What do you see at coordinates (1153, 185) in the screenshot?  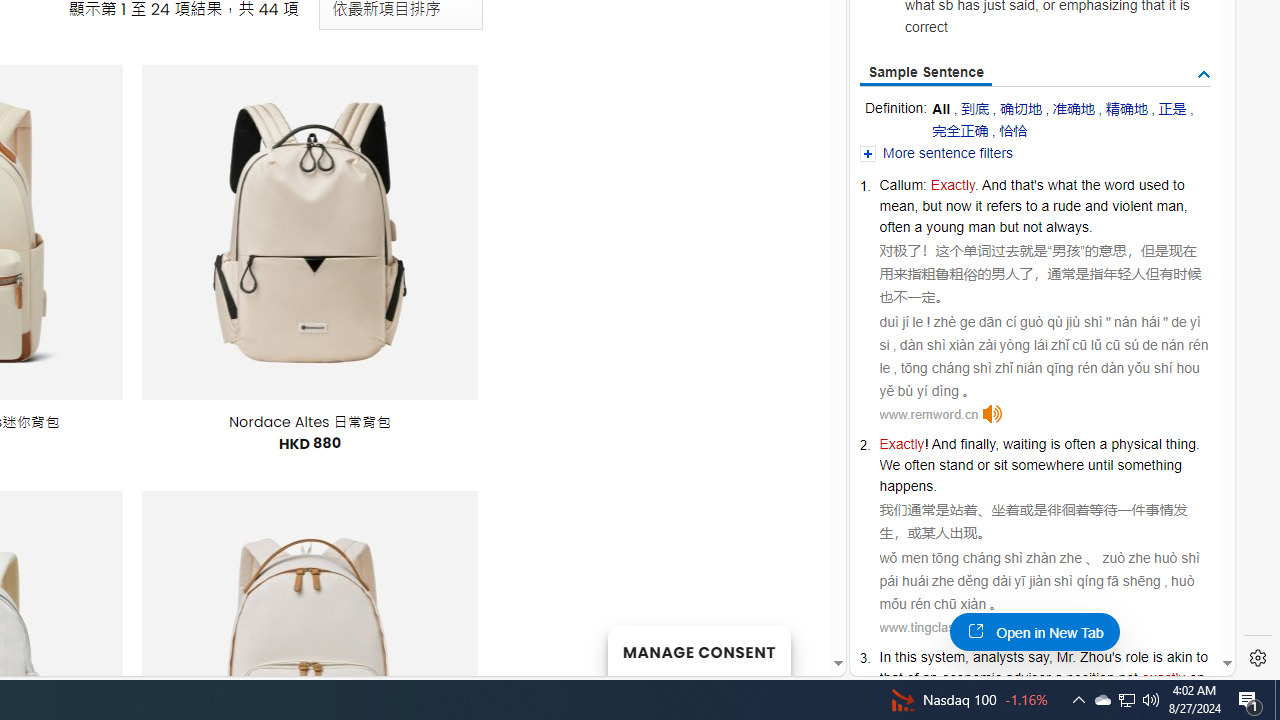 I see `'used'` at bounding box center [1153, 185].